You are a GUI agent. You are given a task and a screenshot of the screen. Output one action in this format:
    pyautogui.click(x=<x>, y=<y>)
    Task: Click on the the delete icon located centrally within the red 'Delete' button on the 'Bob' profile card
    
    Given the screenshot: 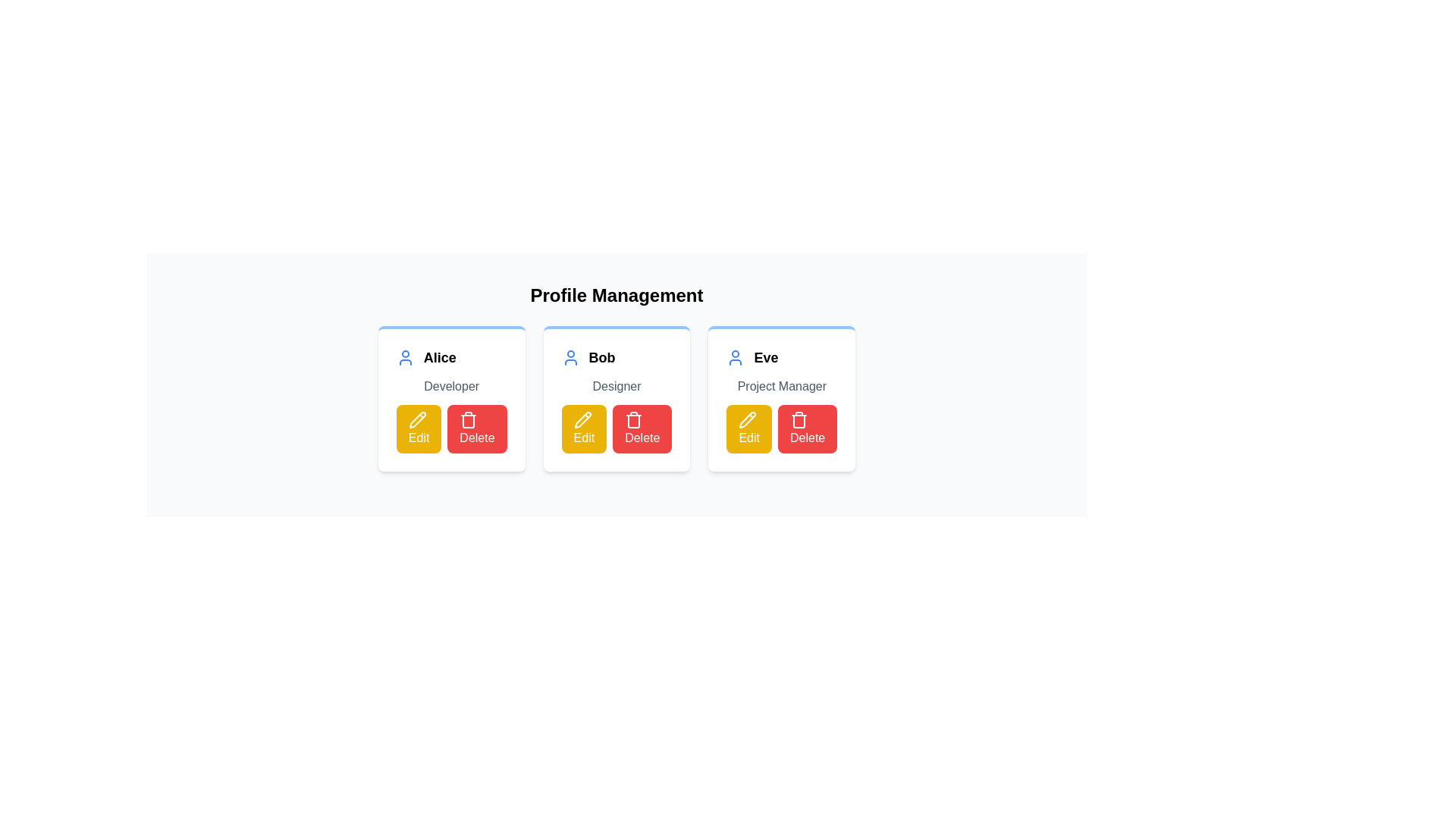 What is the action you would take?
    pyautogui.click(x=634, y=420)
    